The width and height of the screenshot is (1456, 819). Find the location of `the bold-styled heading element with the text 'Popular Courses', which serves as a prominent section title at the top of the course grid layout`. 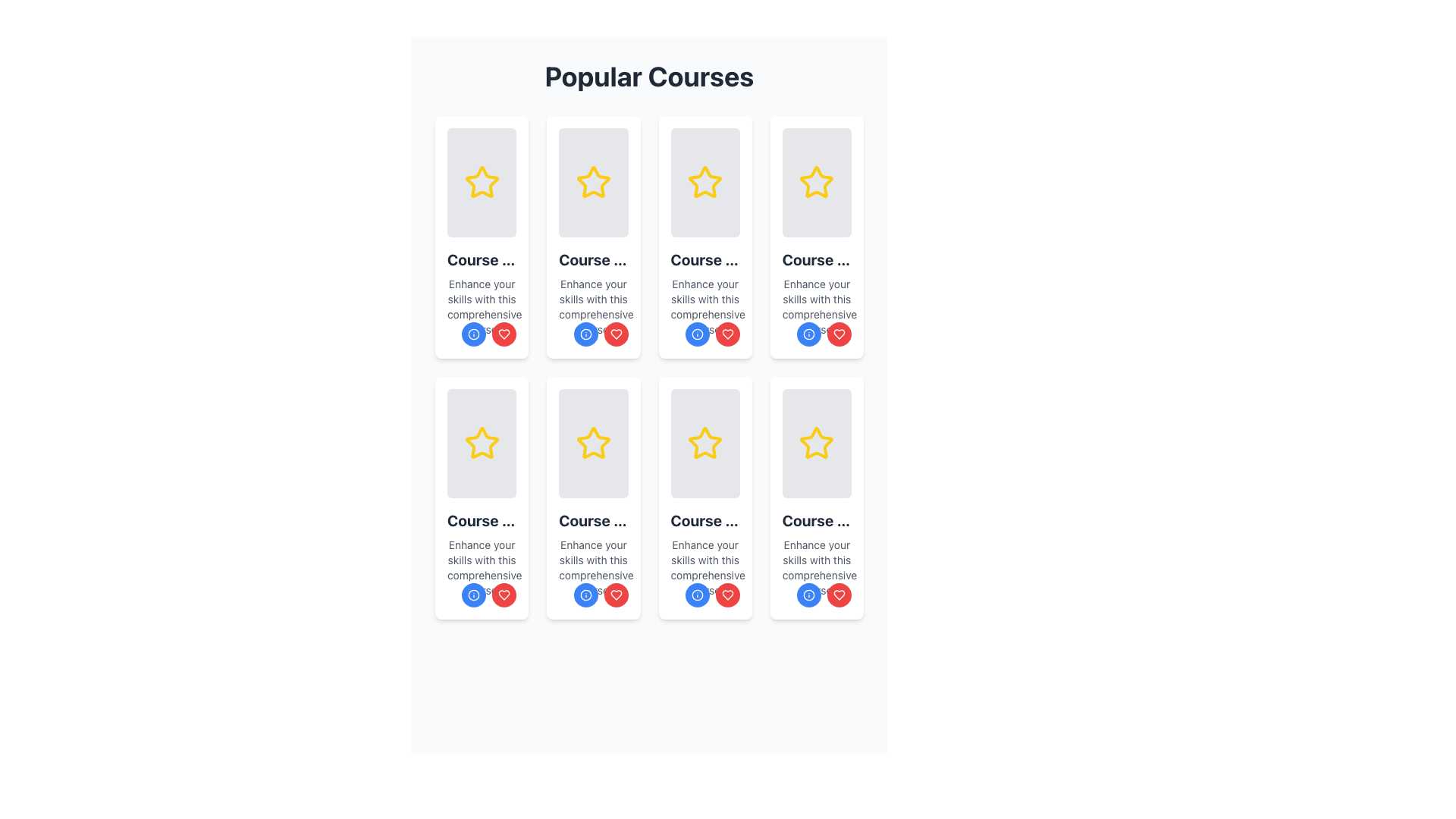

the bold-styled heading element with the text 'Popular Courses', which serves as a prominent section title at the top of the course grid layout is located at coordinates (649, 76).